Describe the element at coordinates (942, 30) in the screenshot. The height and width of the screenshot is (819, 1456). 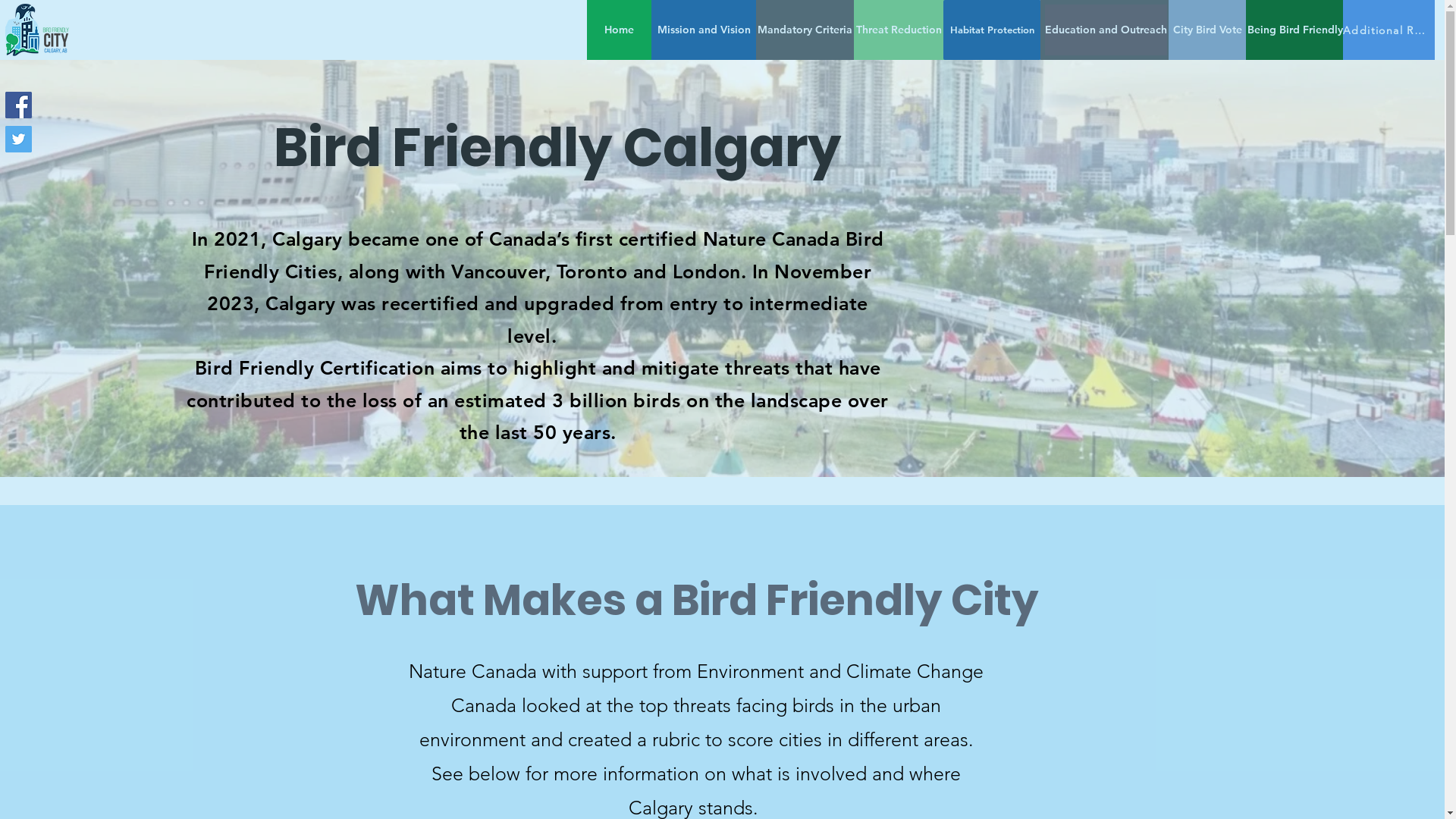
I see `'Habitat Protection'` at that location.